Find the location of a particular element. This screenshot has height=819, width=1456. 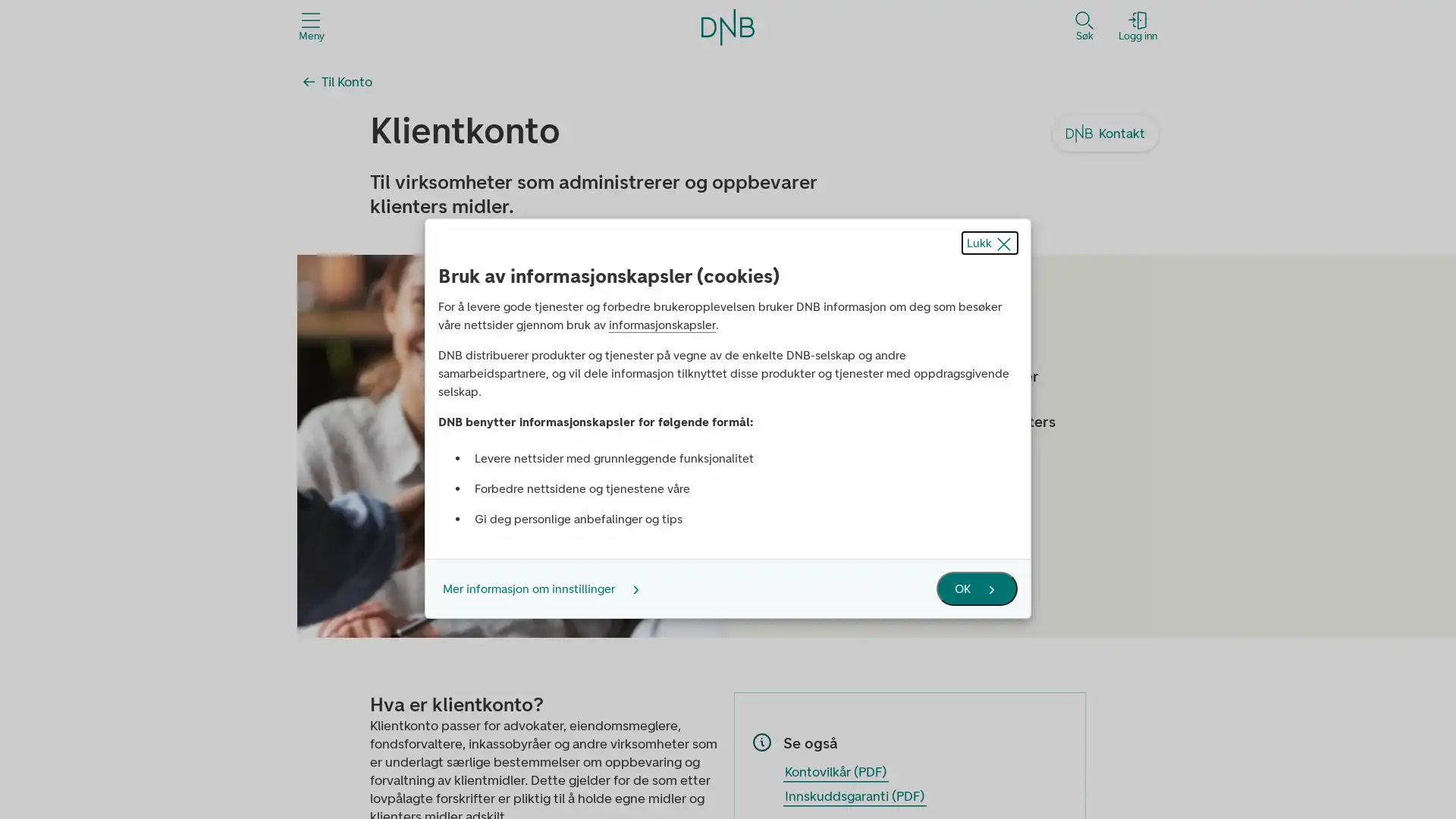

Logg inn is located at coordinates (1137, 26).